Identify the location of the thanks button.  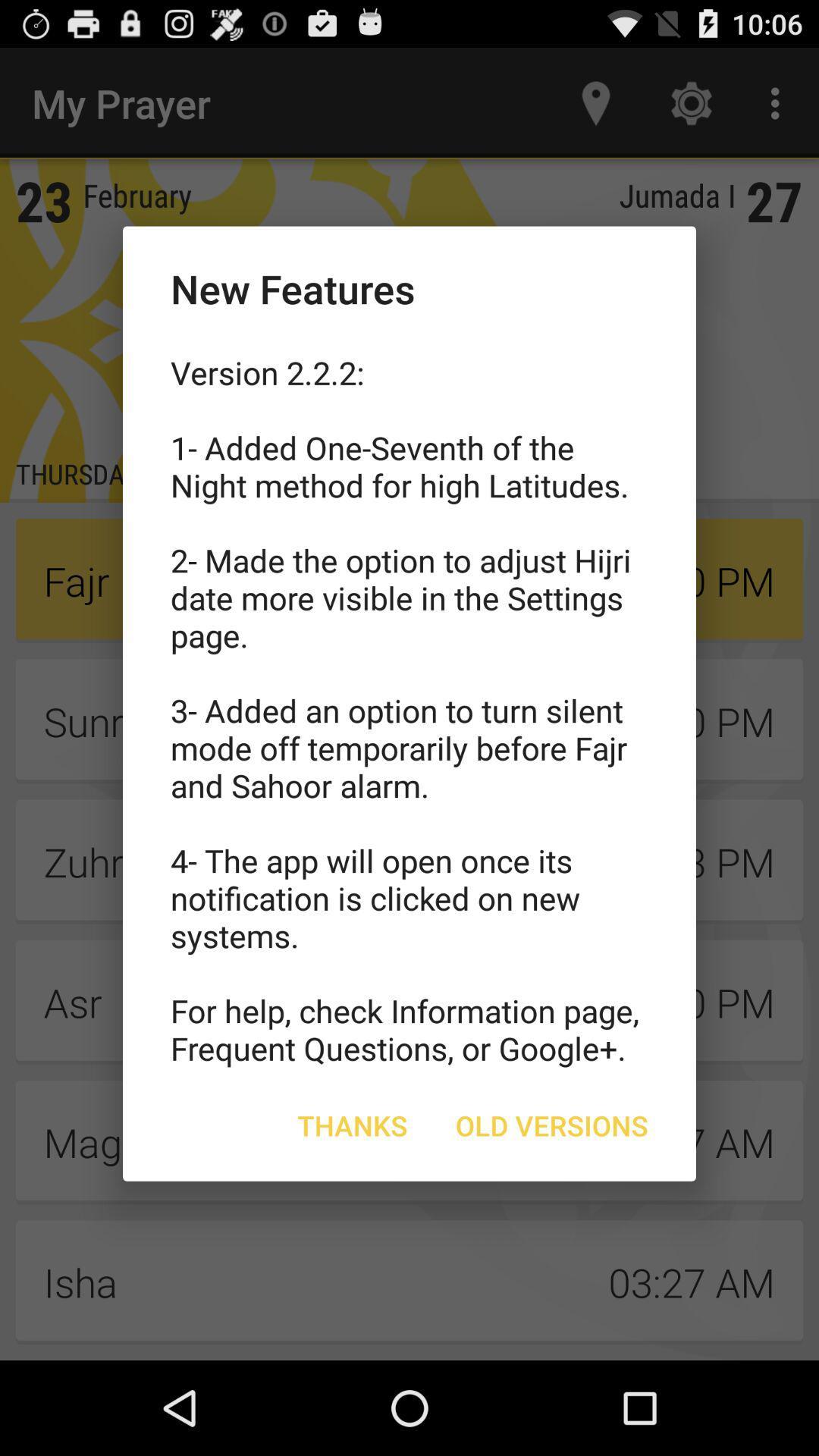
(353, 1125).